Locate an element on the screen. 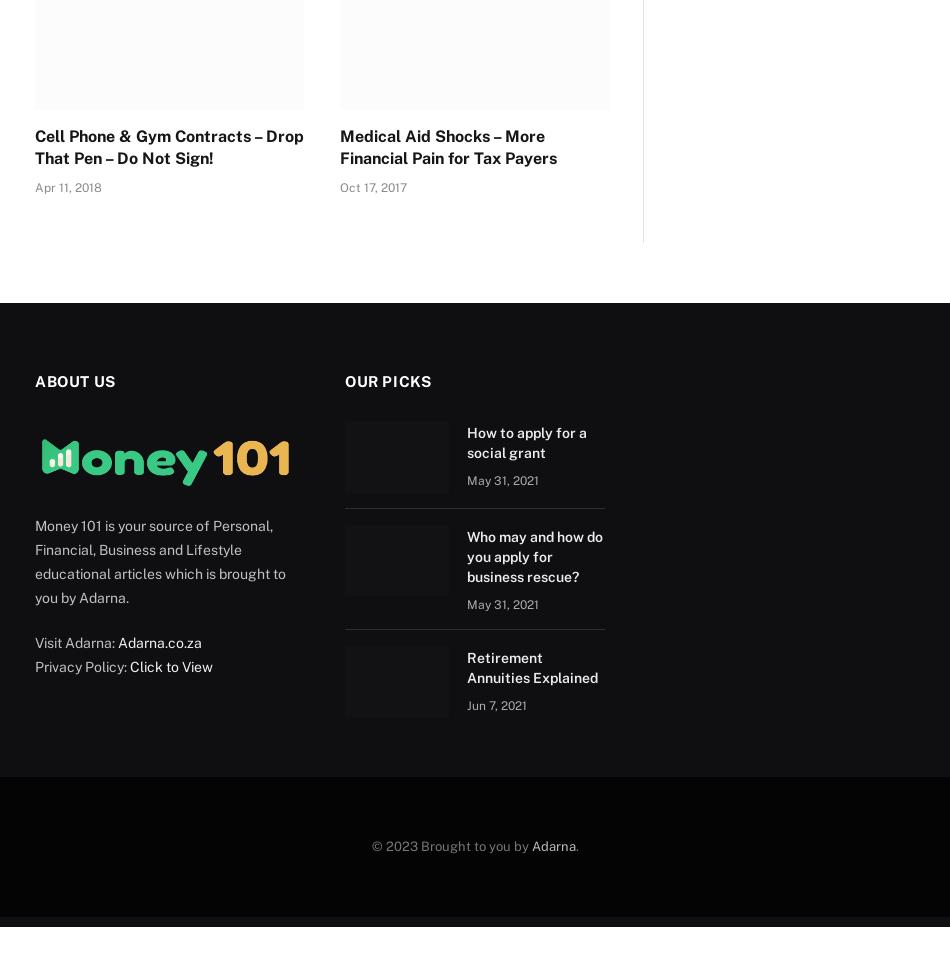  'How to apply for a social grant' is located at coordinates (464, 442).